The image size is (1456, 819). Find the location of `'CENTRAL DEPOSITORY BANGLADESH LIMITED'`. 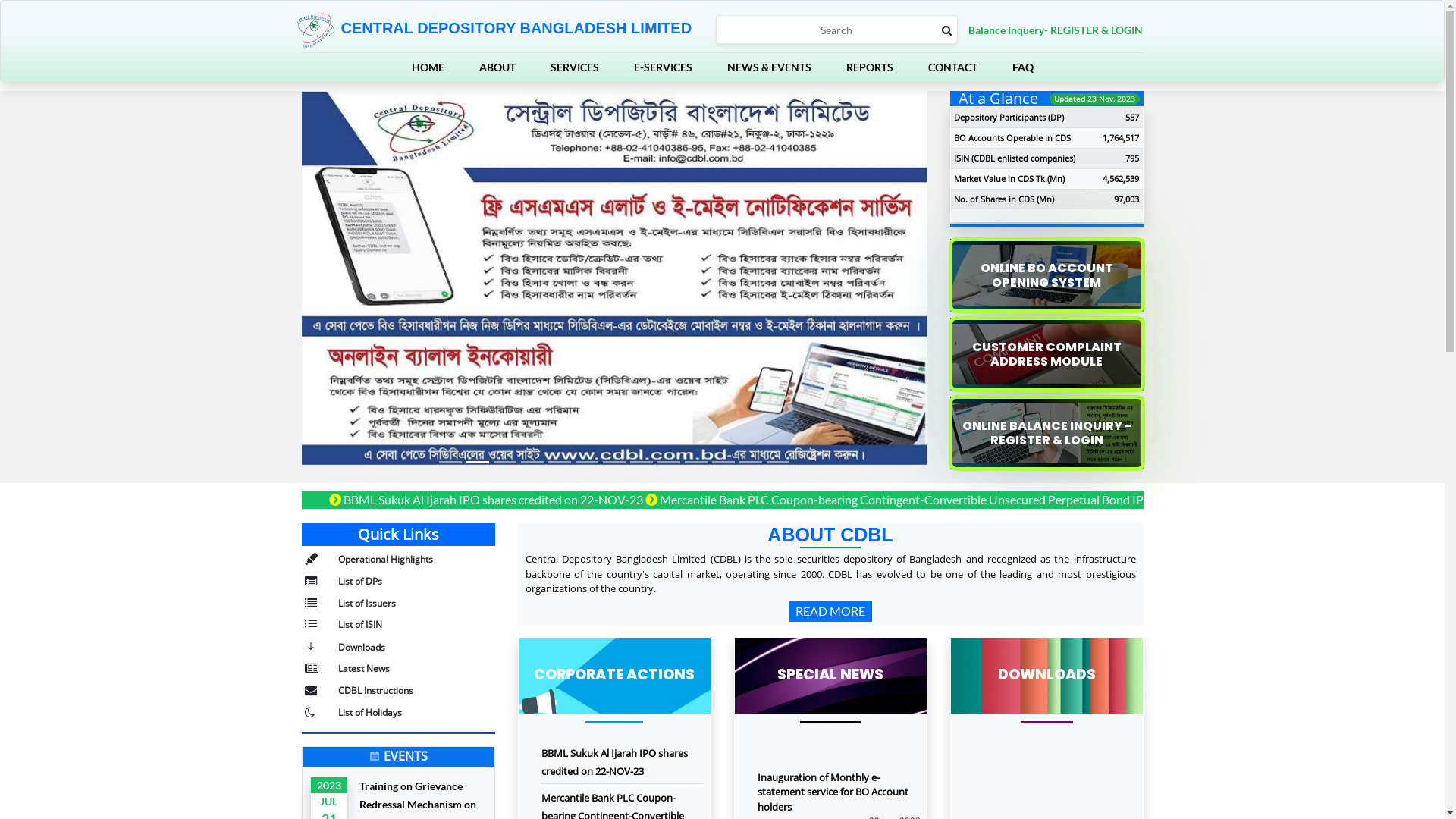

'CENTRAL DEPOSITORY BANGLADESH LIMITED' is located at coordinates (494, 29).